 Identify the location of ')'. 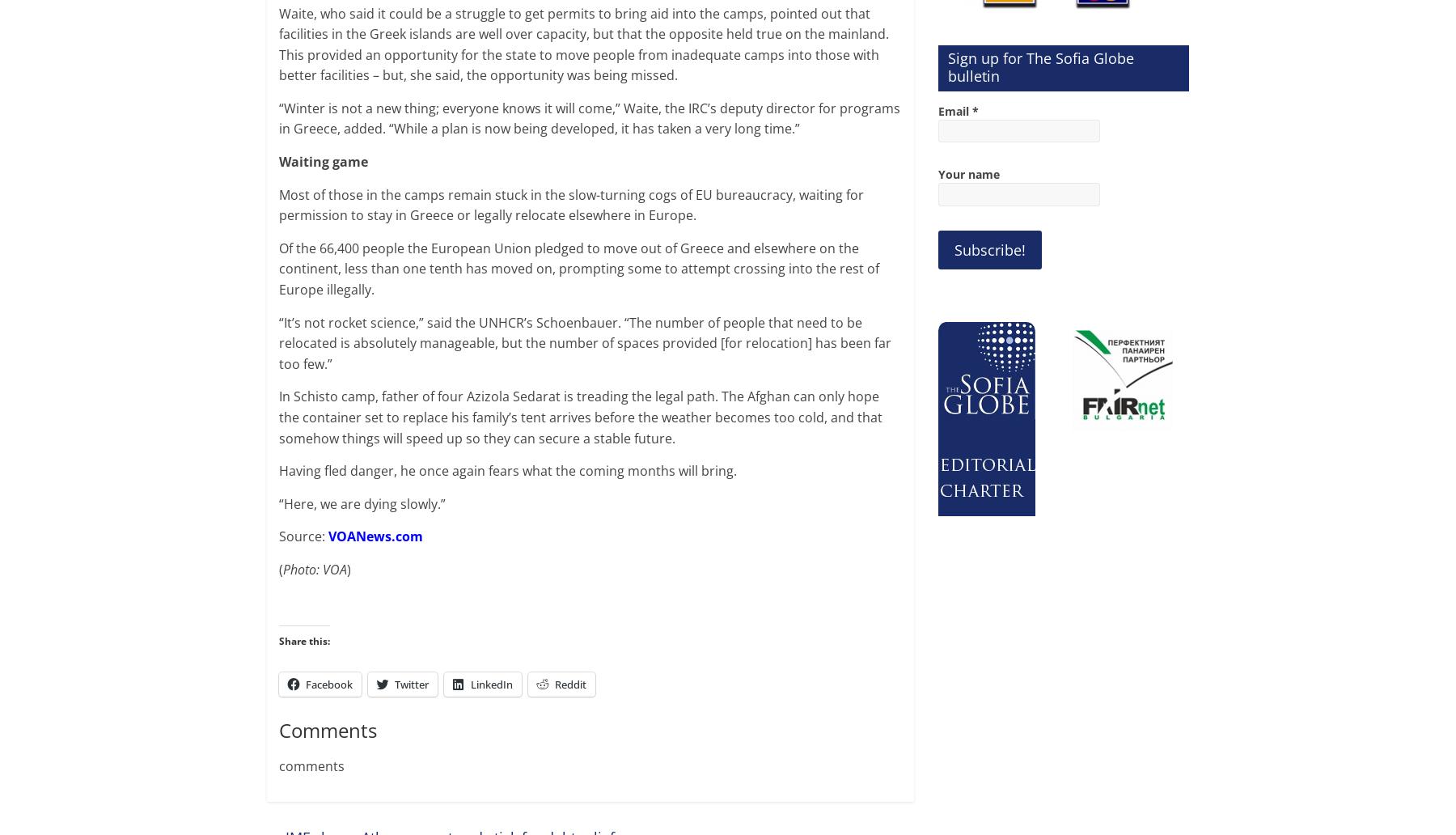
(349, 567).